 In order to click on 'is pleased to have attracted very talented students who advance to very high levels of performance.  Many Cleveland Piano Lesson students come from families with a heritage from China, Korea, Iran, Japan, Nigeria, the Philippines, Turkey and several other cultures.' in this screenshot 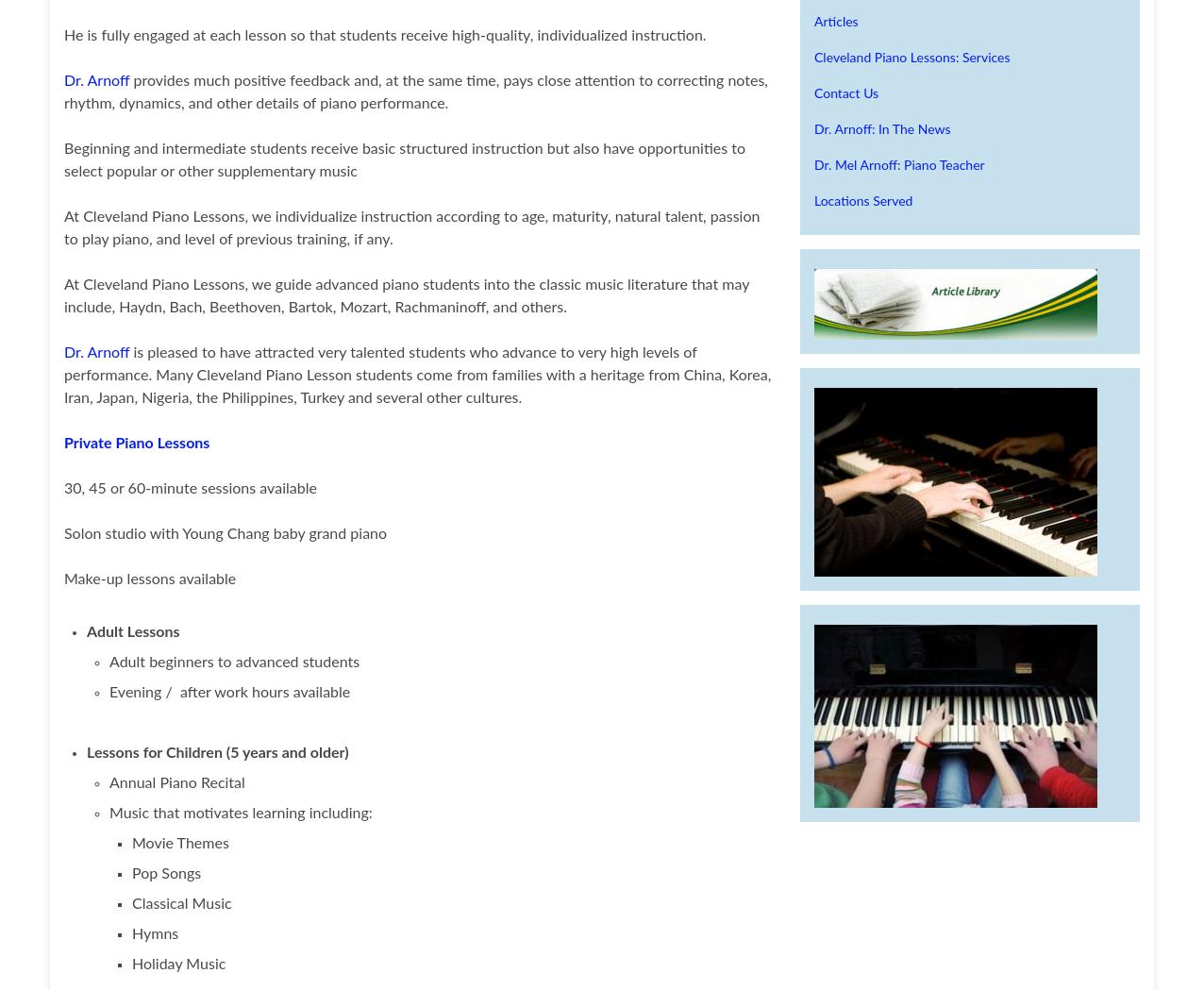, I will do `click(417, 375)`.